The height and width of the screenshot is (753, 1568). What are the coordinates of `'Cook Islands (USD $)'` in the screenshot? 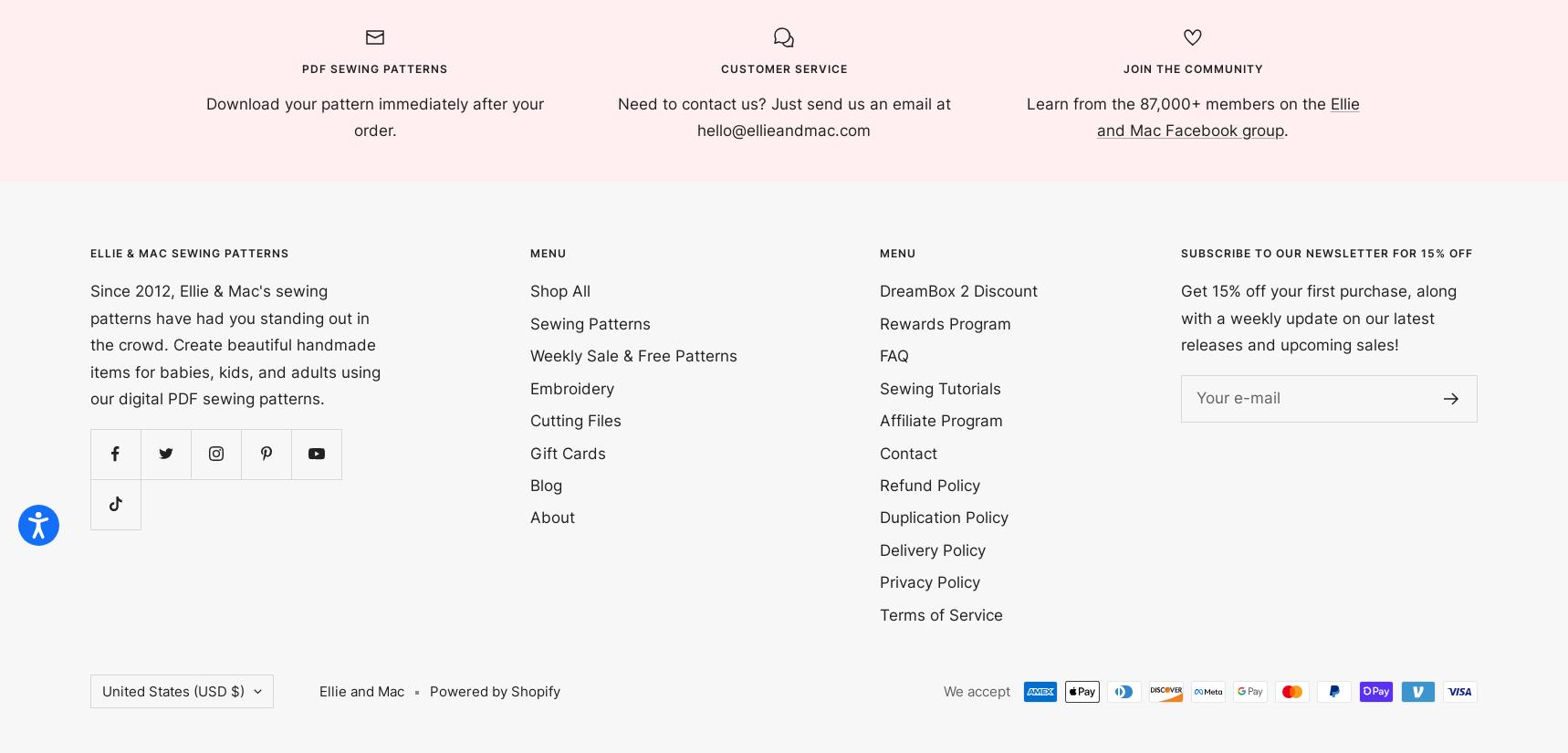 It's located at (172, 620).